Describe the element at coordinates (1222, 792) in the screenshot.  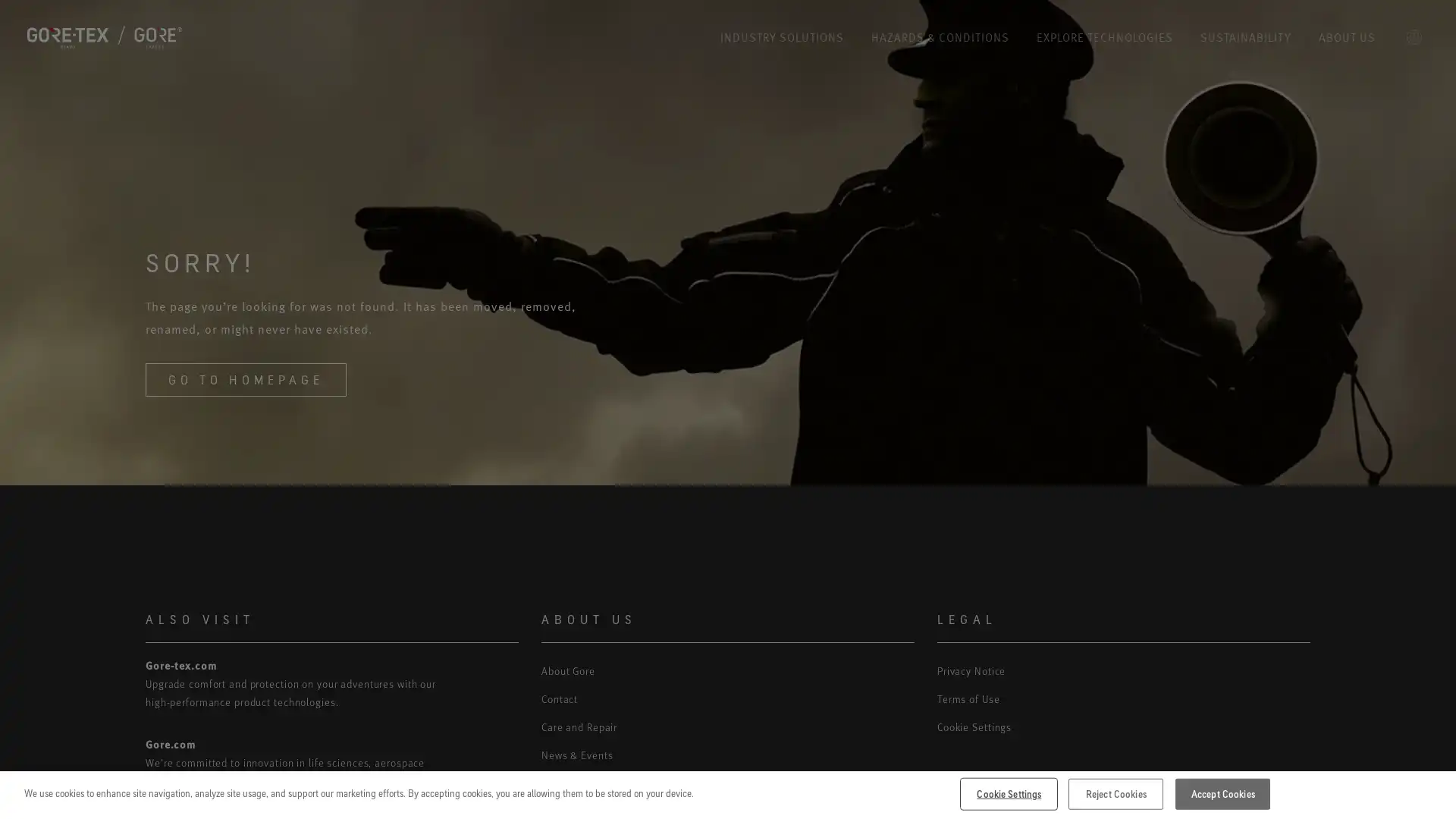
I see `Accept Cookies` at that location.